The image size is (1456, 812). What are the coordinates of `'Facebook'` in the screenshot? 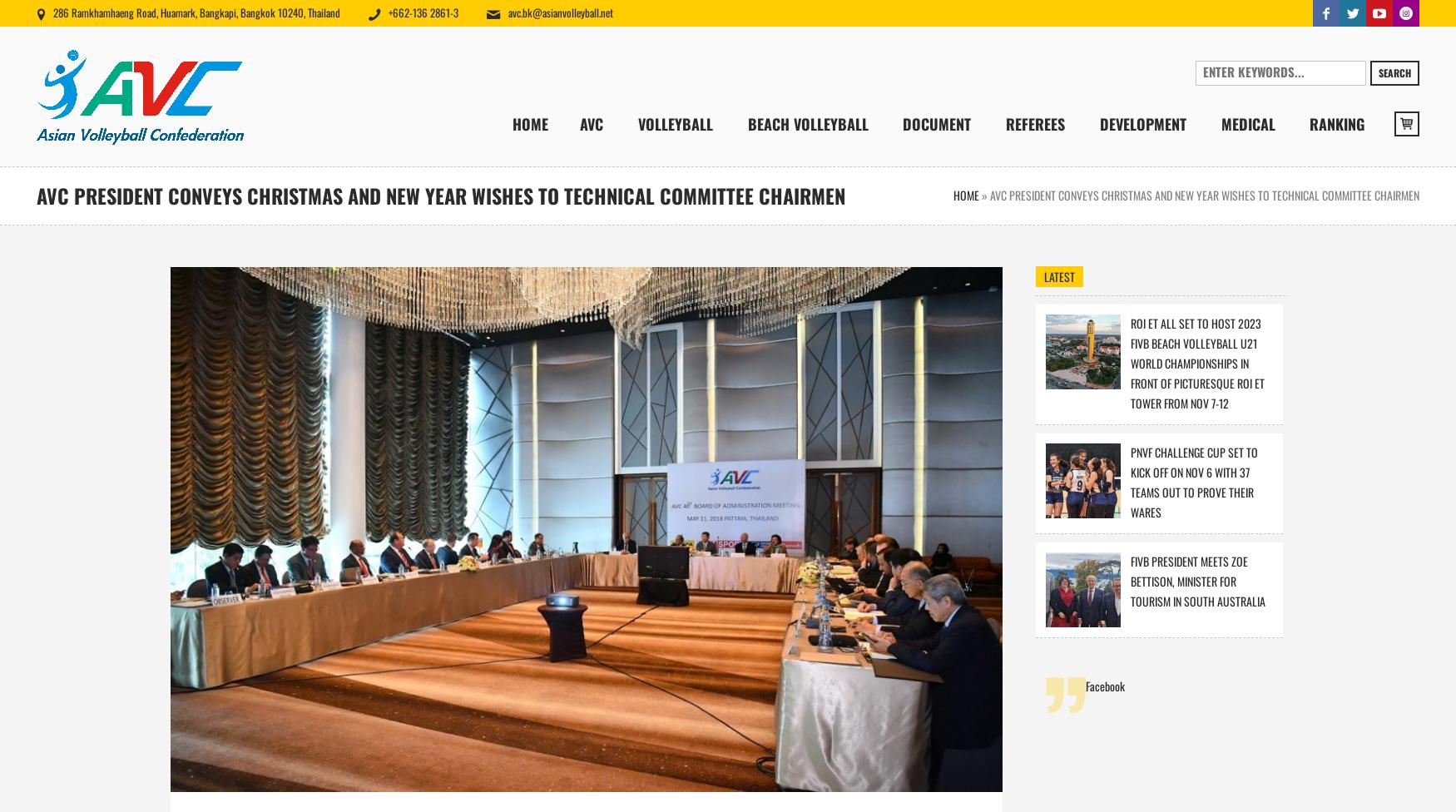 It's located at (1083, 686).